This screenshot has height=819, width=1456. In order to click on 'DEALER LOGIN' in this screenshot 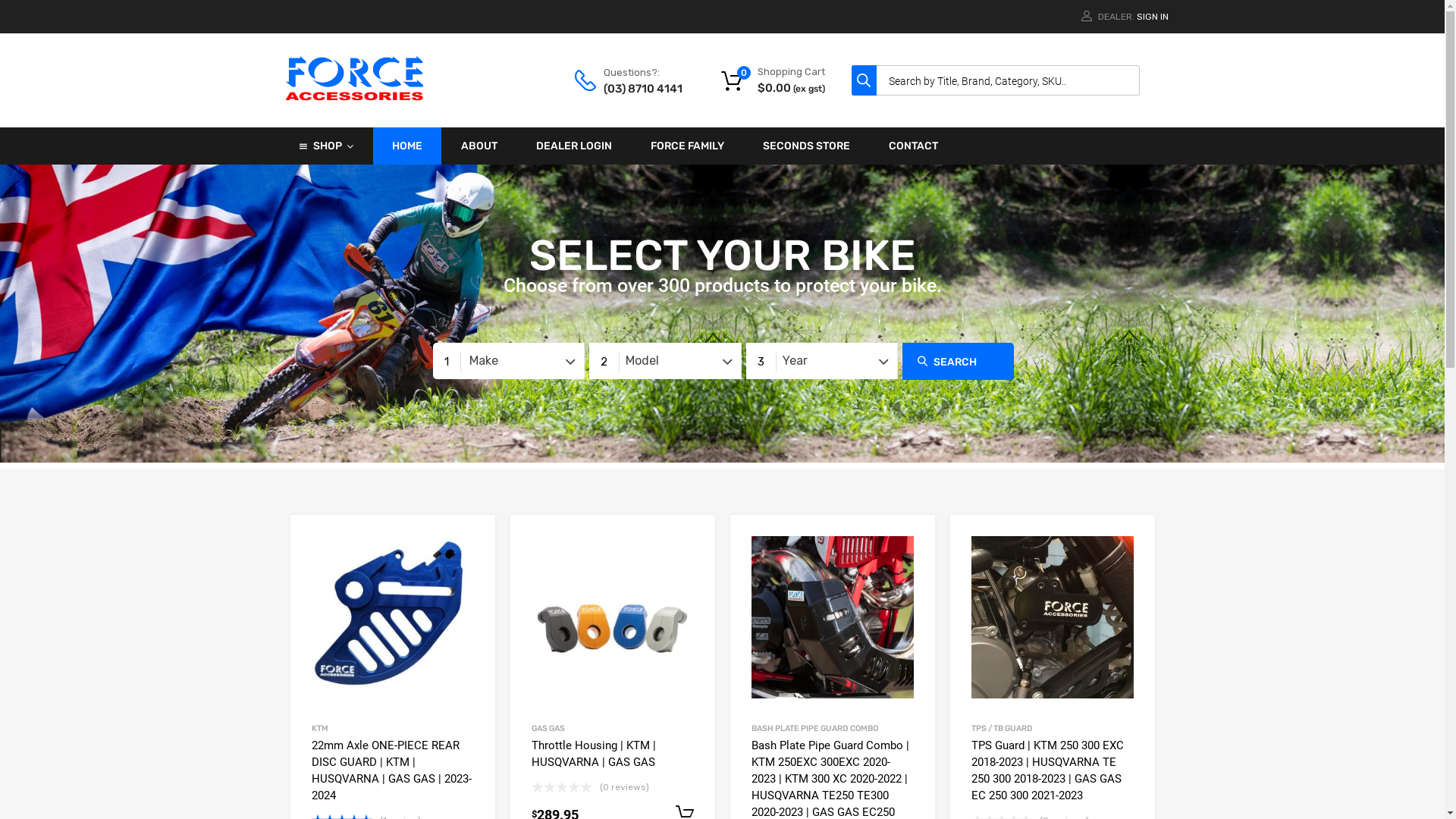, I will do `click(573, 146)`.